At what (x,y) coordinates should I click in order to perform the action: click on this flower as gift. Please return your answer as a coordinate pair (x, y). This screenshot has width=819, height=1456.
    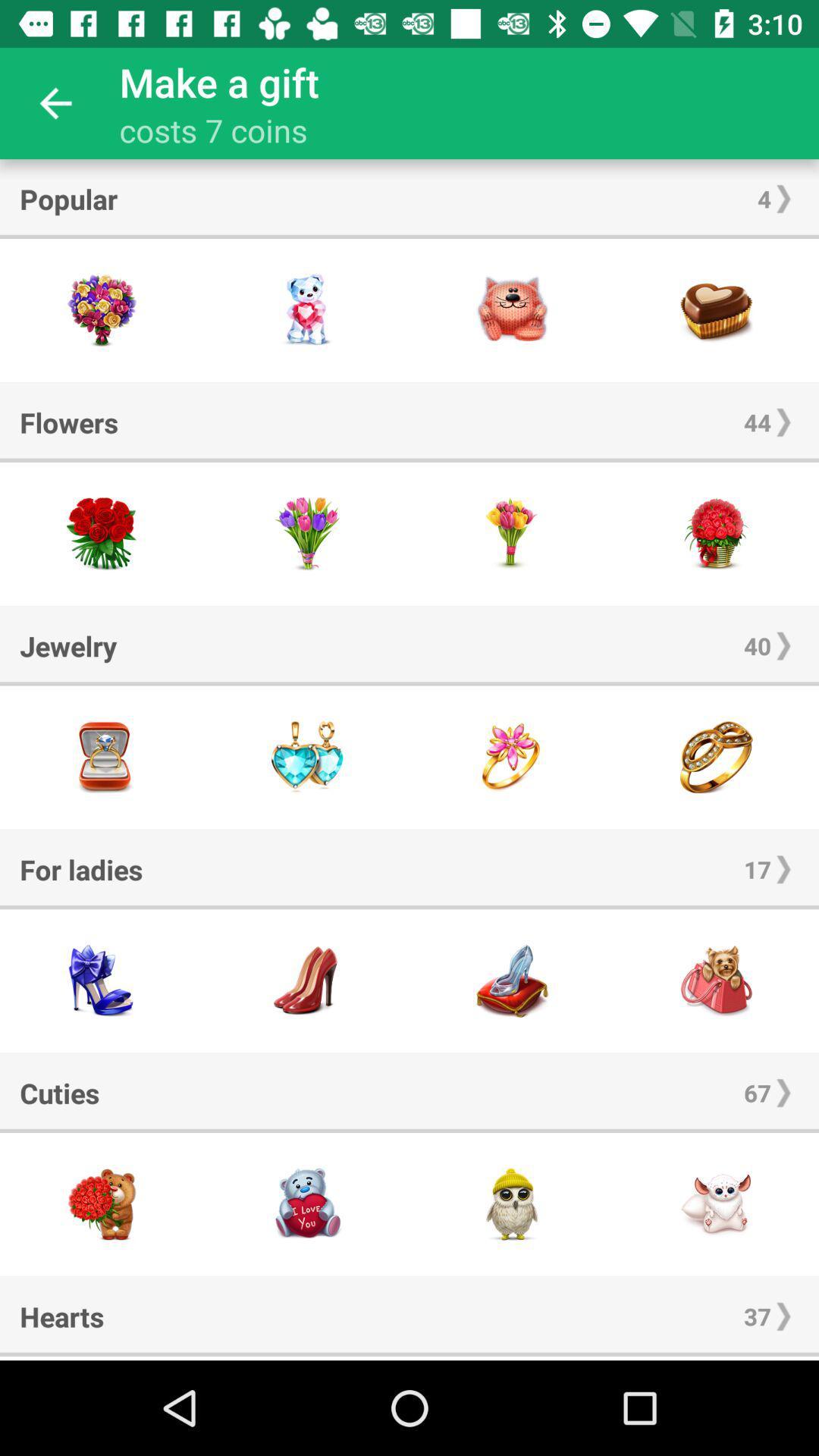
    Looking at the image, I should click on (512, 534).